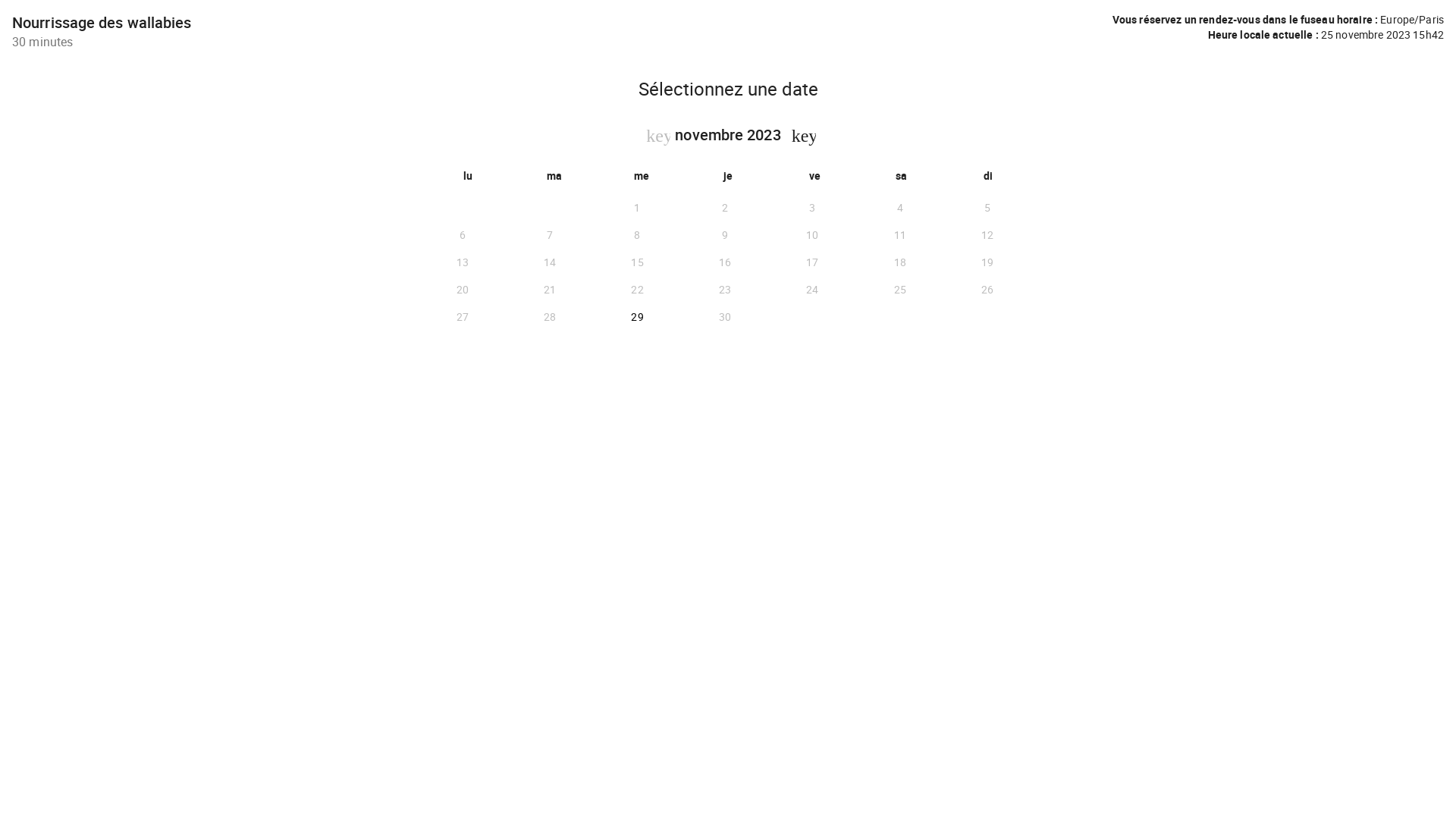 The image size is (1456, 819). Describe the element at coordinates (679, 262) in the screenshot. I see `'16'` at that location.